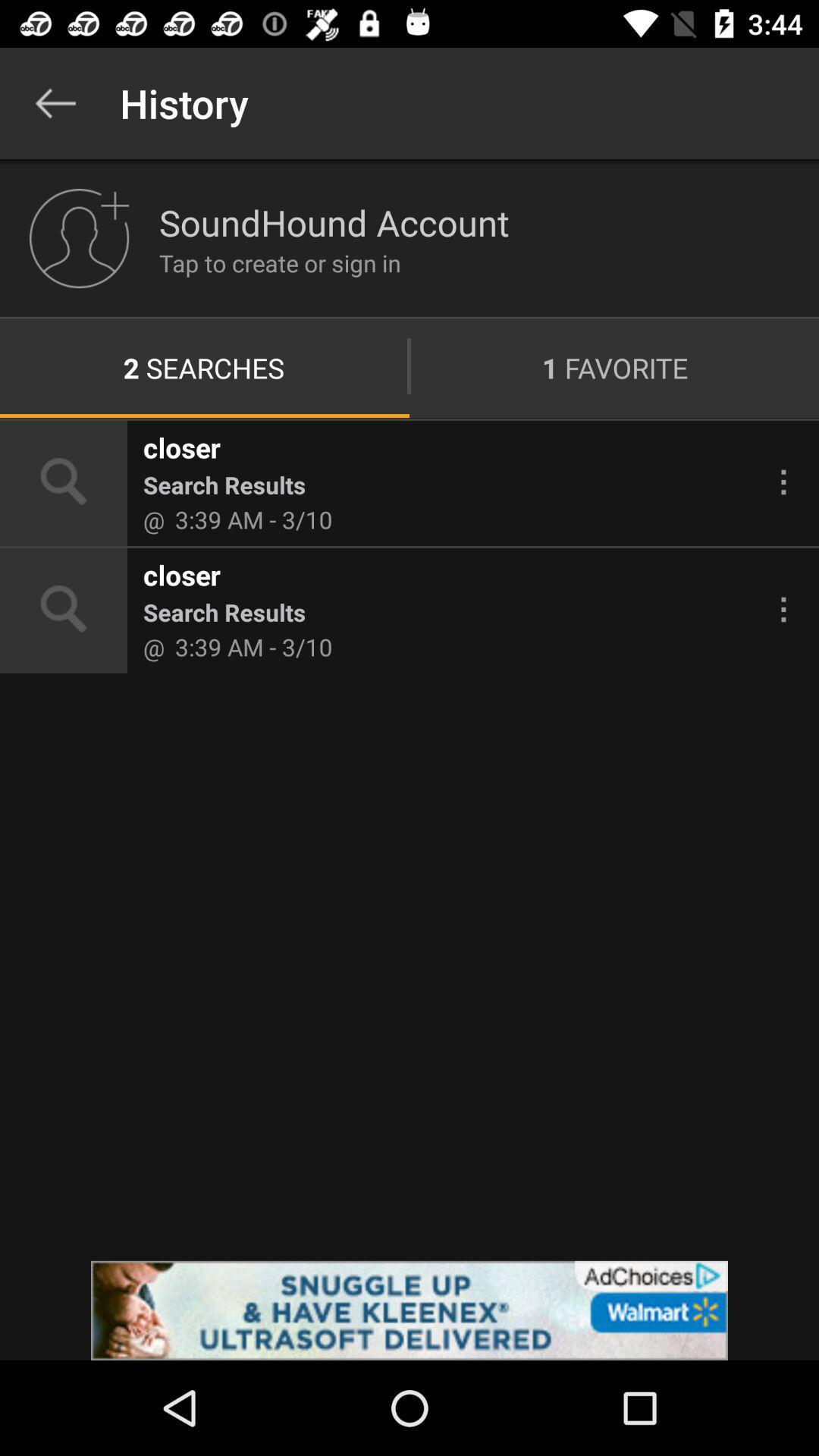 This screenshot has width=819, height=1456. What do you see at coordinates (783, 482) in the screenshot?
I see `the more icon` at bounding box center [783, 482].